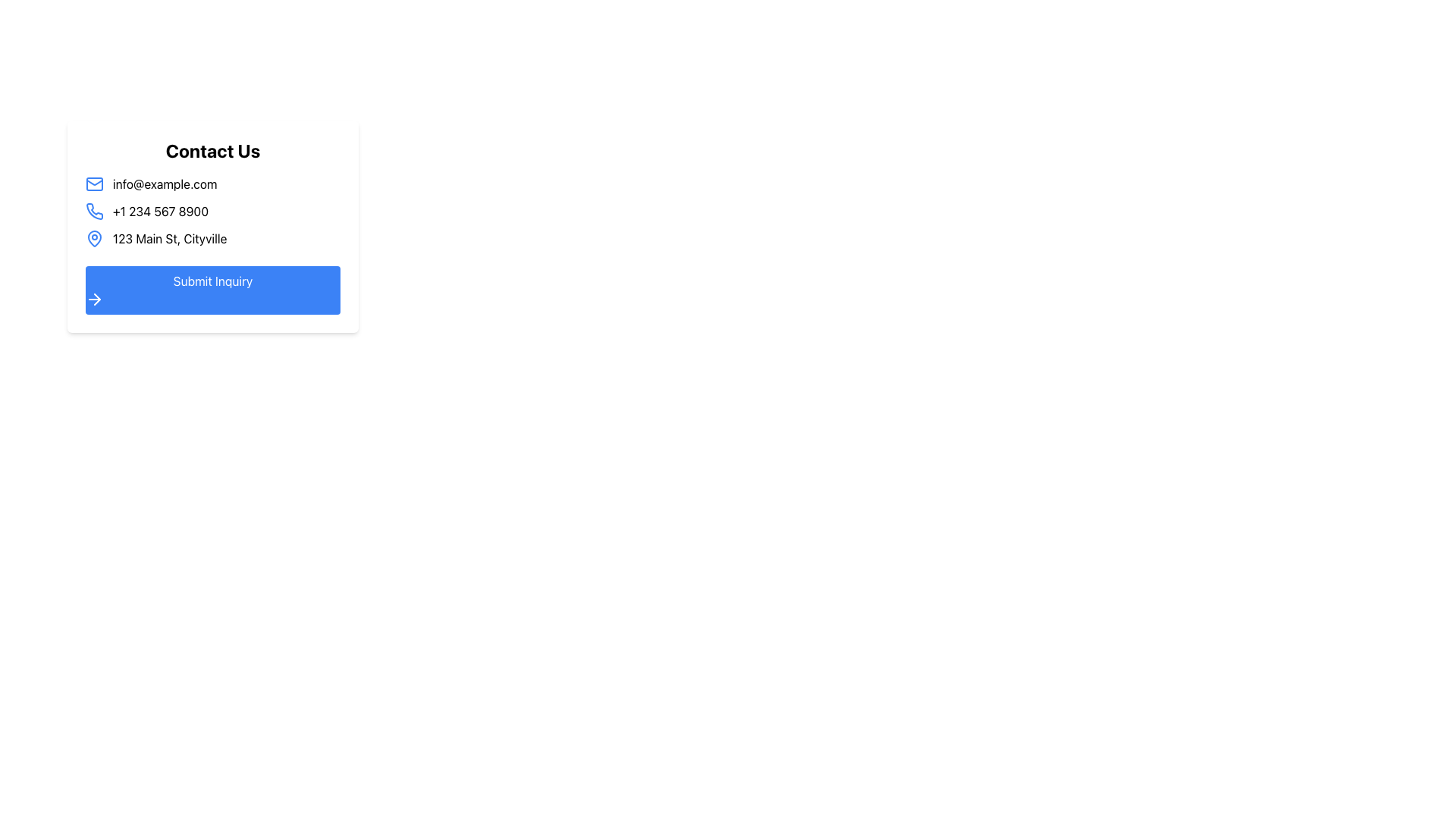 This screenshot has width=1456, height=819. I want to click on the text displaying the email address 'info@example.com' accompanied by an envelope icon, so click(212, 184).